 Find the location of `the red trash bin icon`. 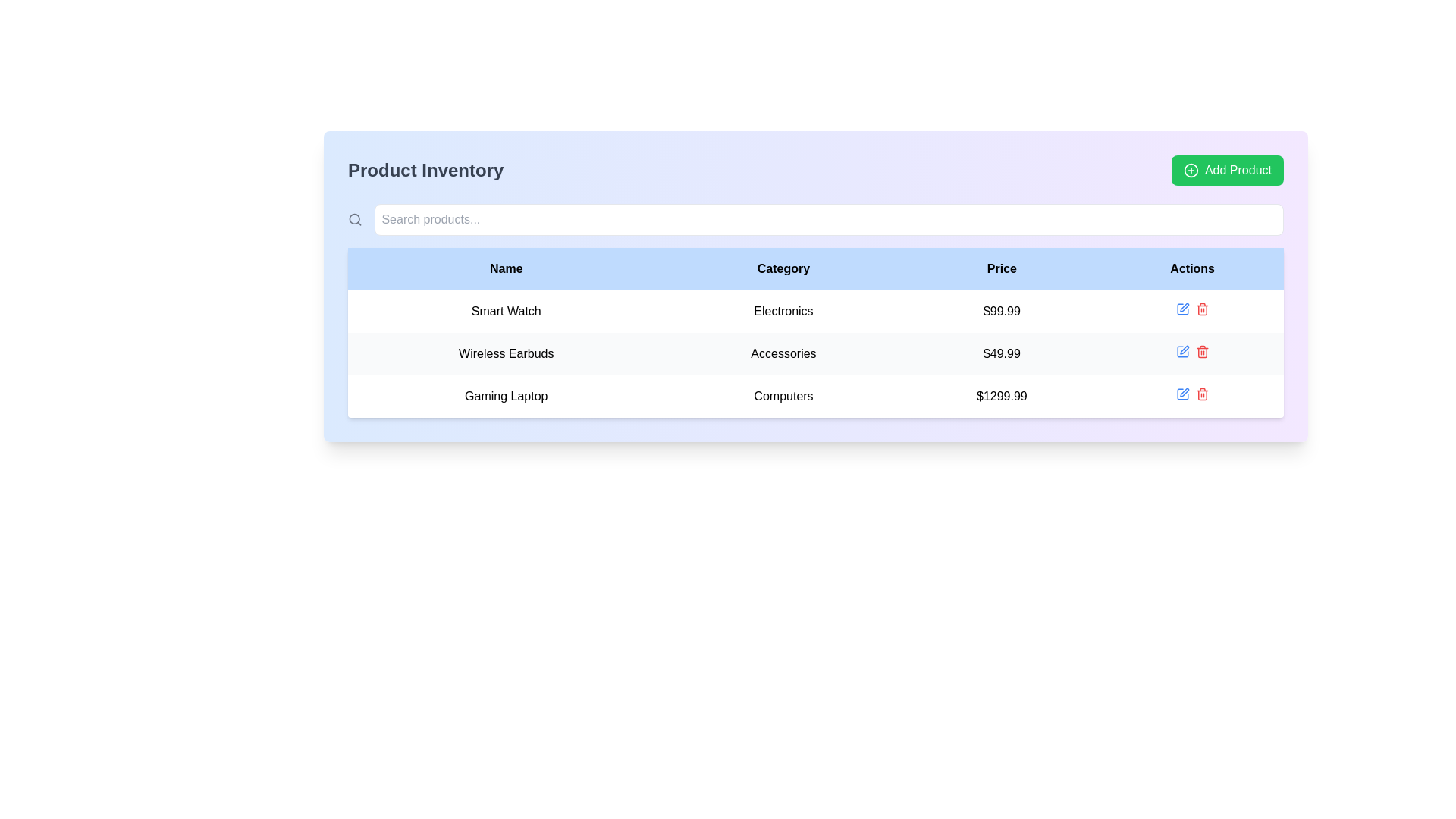

the red trash bin icon is located at coordinates (1201, 351).